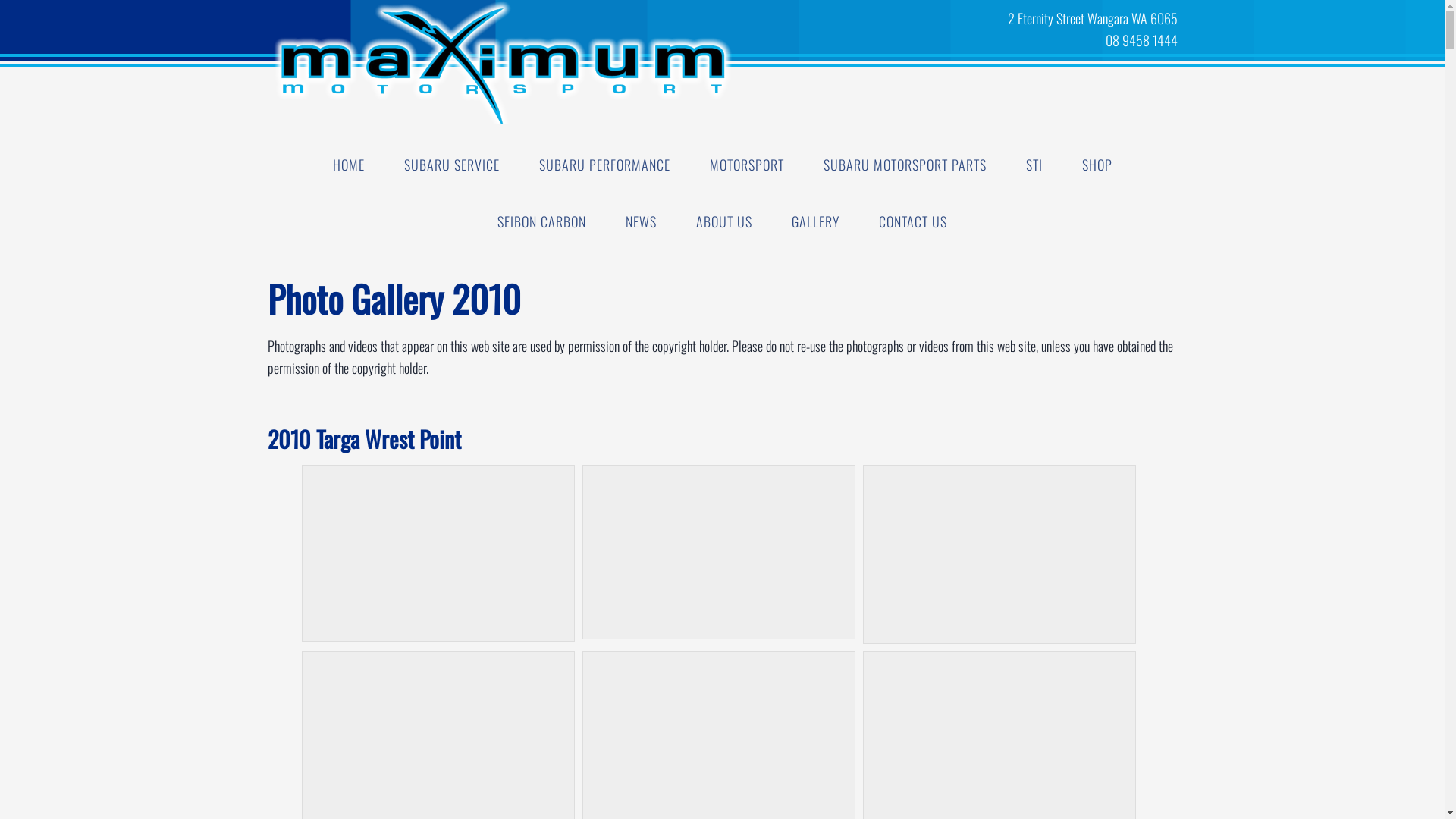  What do you see at coordinates (641, 221) in the screenshot?
I see `'NEWS'` at bounding box center [641, 221].